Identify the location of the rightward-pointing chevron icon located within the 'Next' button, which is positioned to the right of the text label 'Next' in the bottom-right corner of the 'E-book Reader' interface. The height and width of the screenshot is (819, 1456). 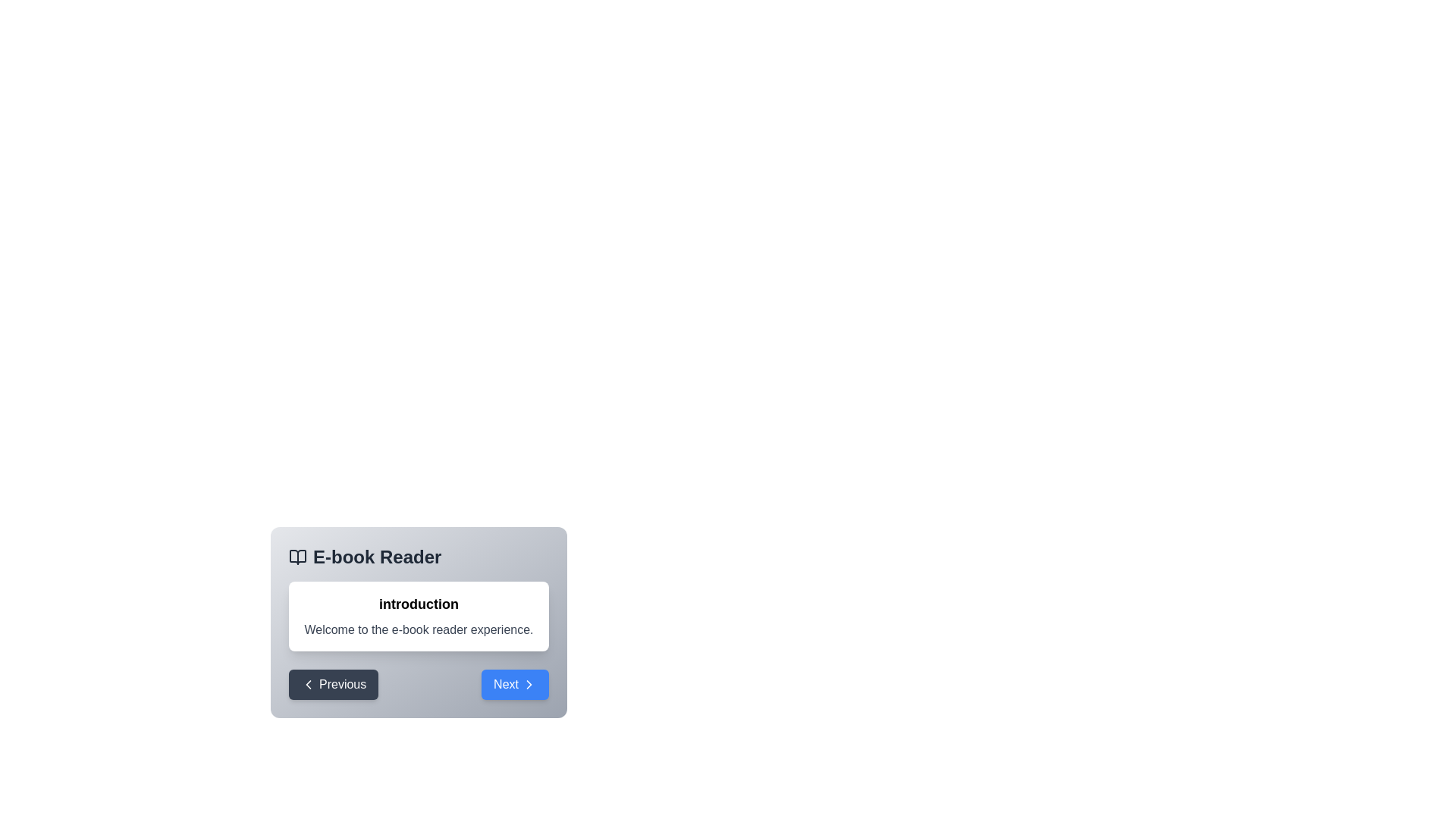
(529, 684).